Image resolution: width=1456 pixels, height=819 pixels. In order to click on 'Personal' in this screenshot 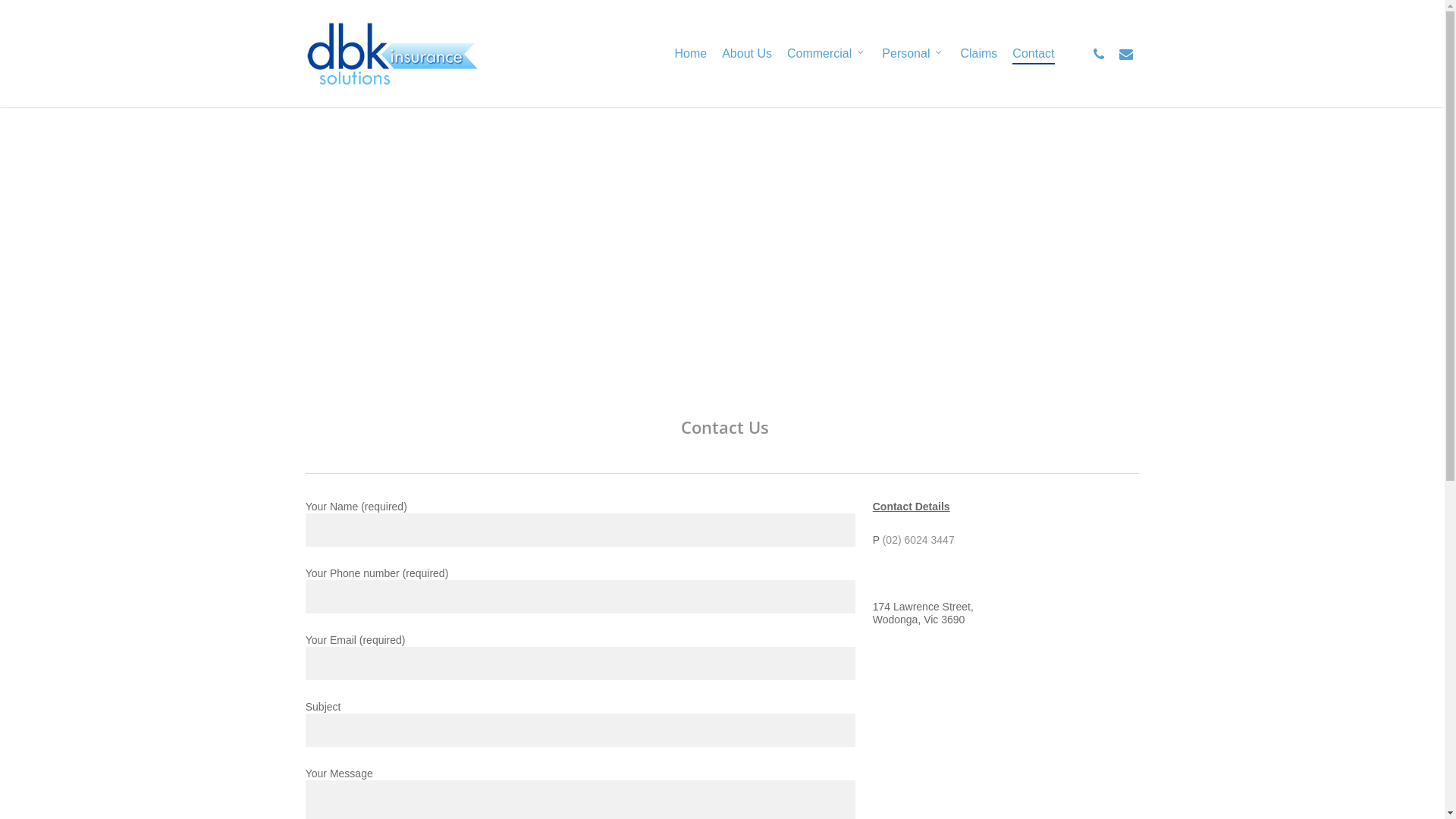, I will do `click(912, 52)`.